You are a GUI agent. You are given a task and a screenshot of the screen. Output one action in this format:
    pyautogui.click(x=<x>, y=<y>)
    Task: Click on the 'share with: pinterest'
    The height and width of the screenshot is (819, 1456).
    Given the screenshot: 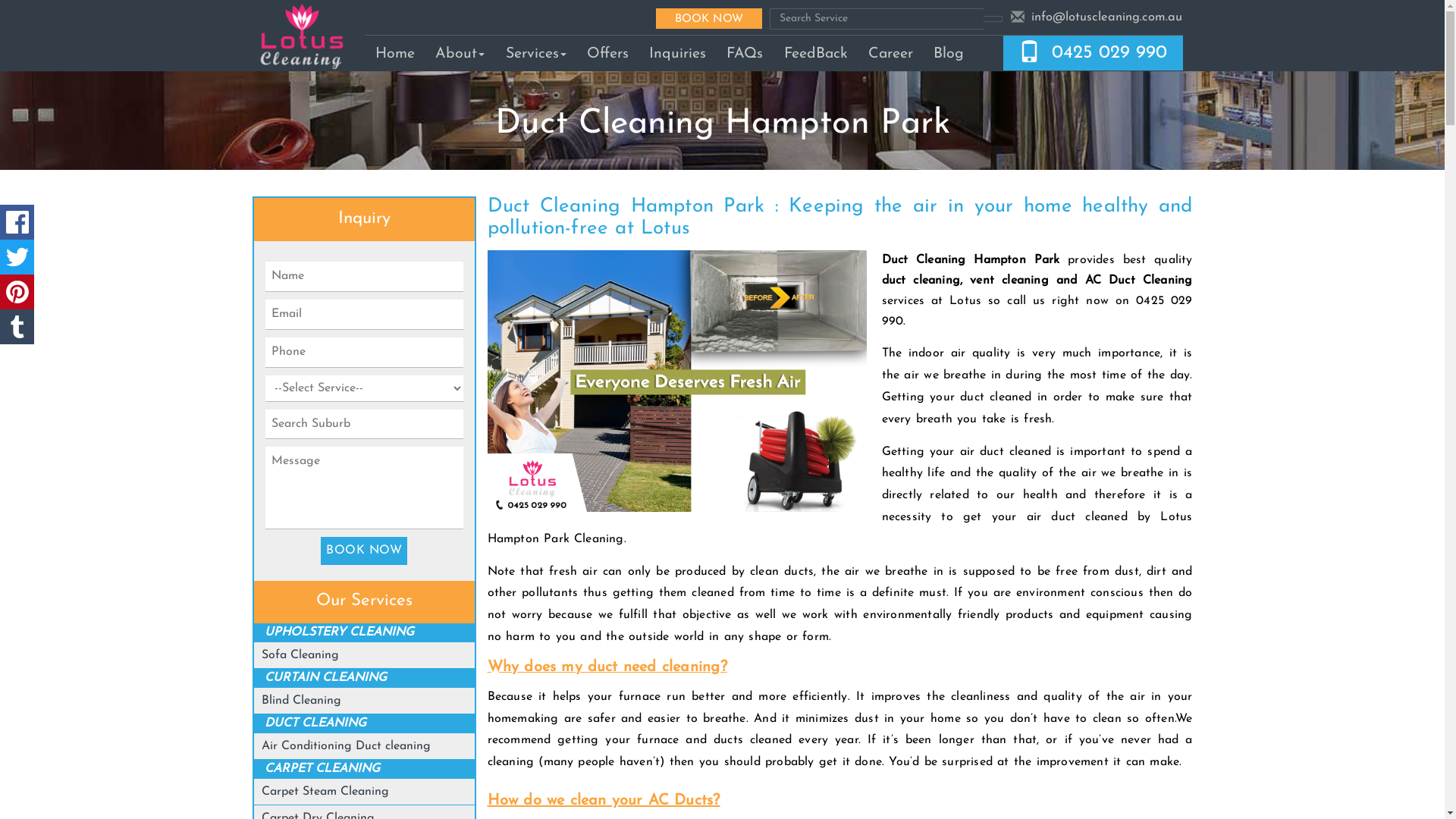 What is the action you would take?
    pyautogui.click(x=17, y=292)
    